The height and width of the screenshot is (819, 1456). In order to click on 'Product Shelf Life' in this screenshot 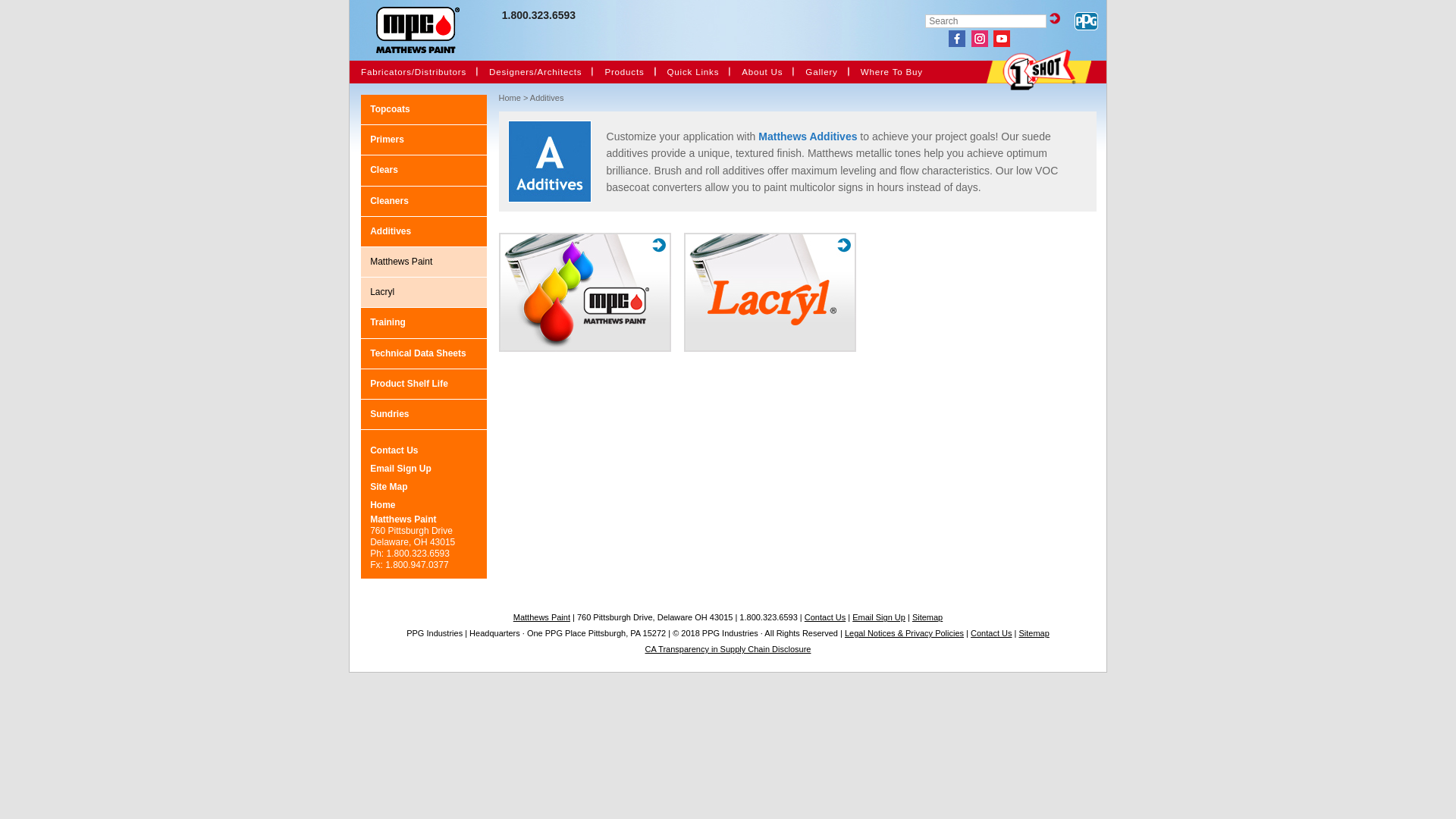, I will do `click(370, 382)`.